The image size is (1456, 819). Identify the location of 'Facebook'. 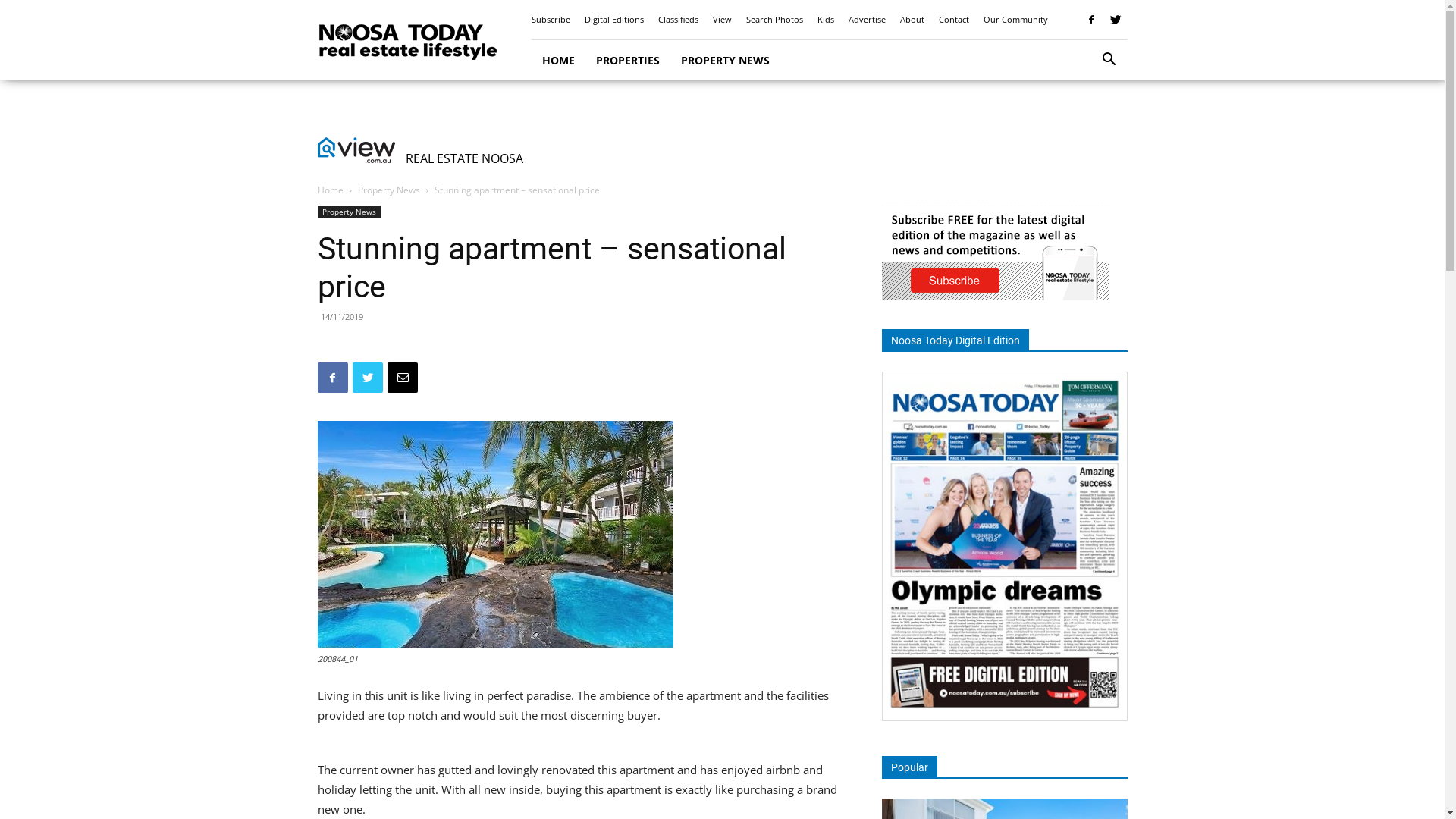
(331, 376).